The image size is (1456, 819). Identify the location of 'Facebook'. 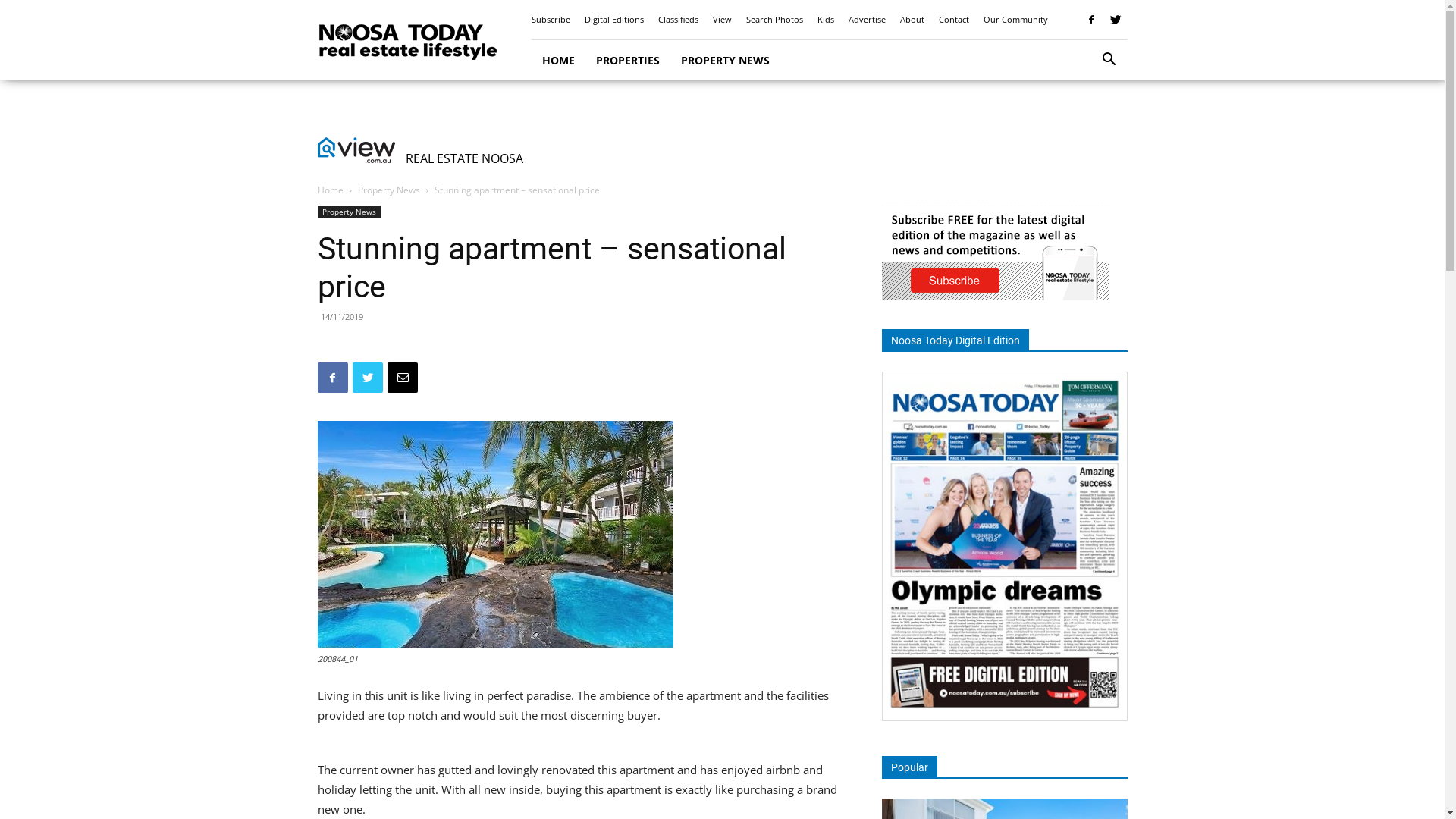
(331, 376).